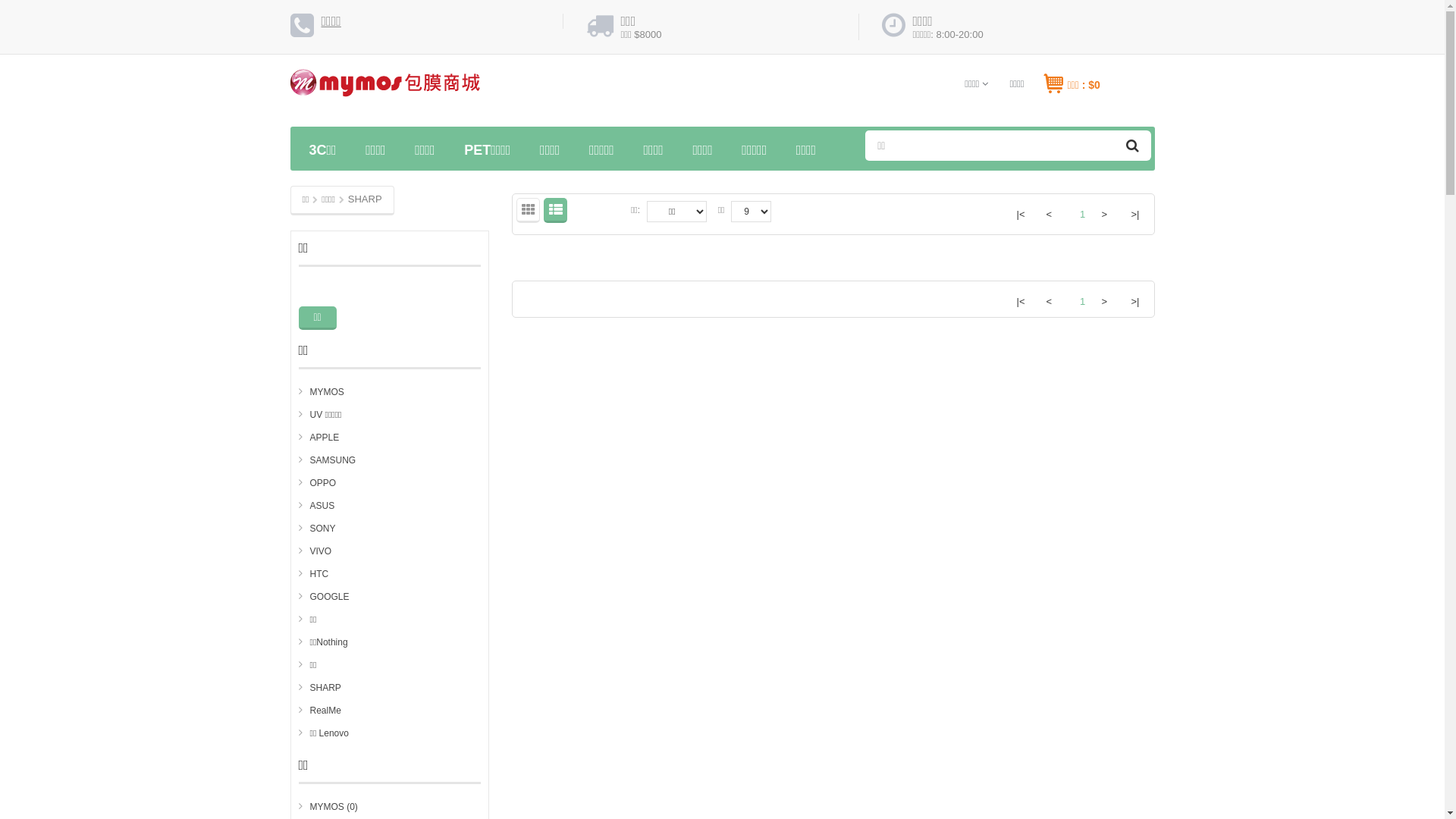  Describe the element at coordinates (1020, 300) in the screenshot. I see `'|<'` at that location.